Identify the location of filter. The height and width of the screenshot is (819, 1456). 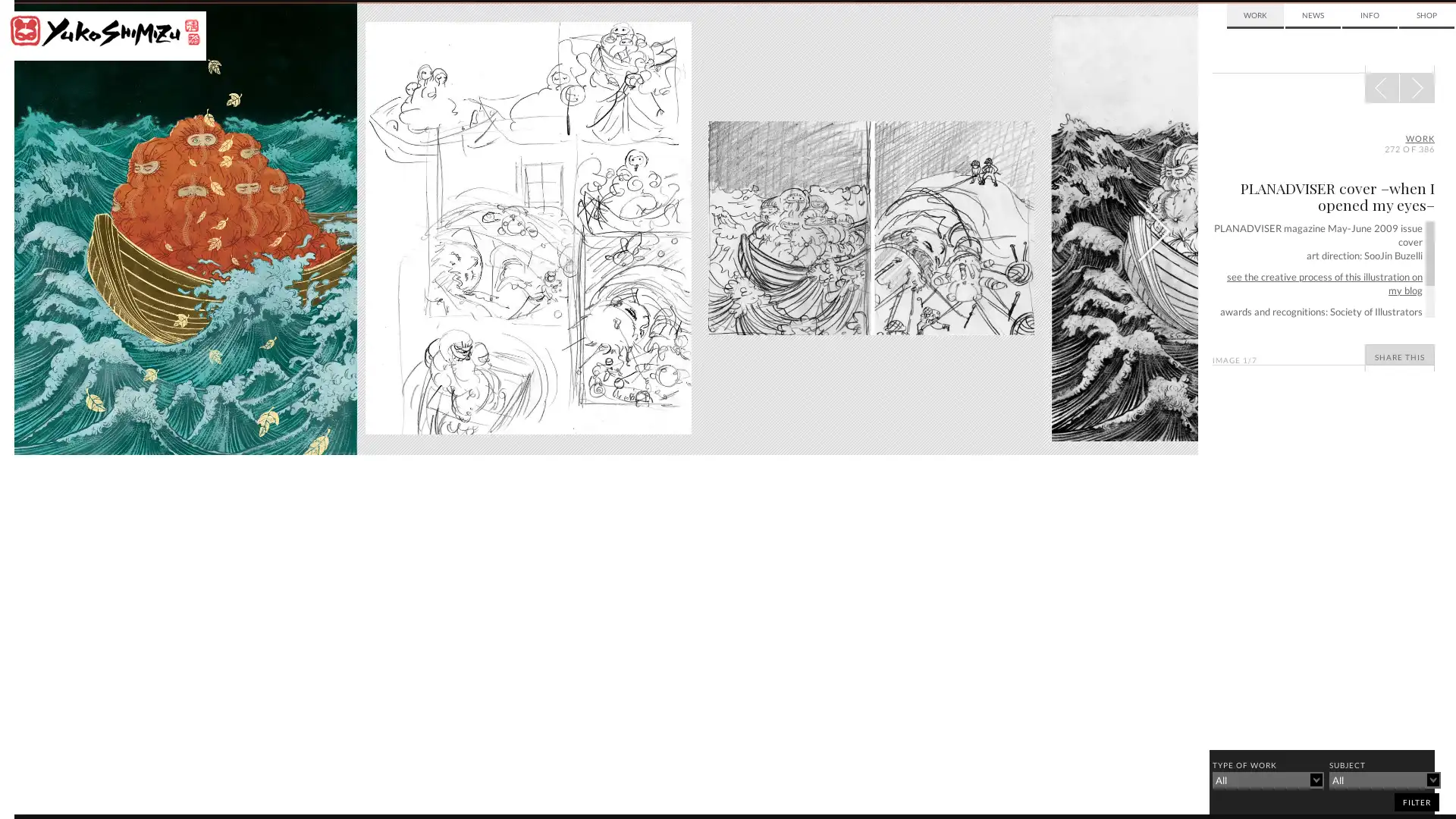
(1416, 800).